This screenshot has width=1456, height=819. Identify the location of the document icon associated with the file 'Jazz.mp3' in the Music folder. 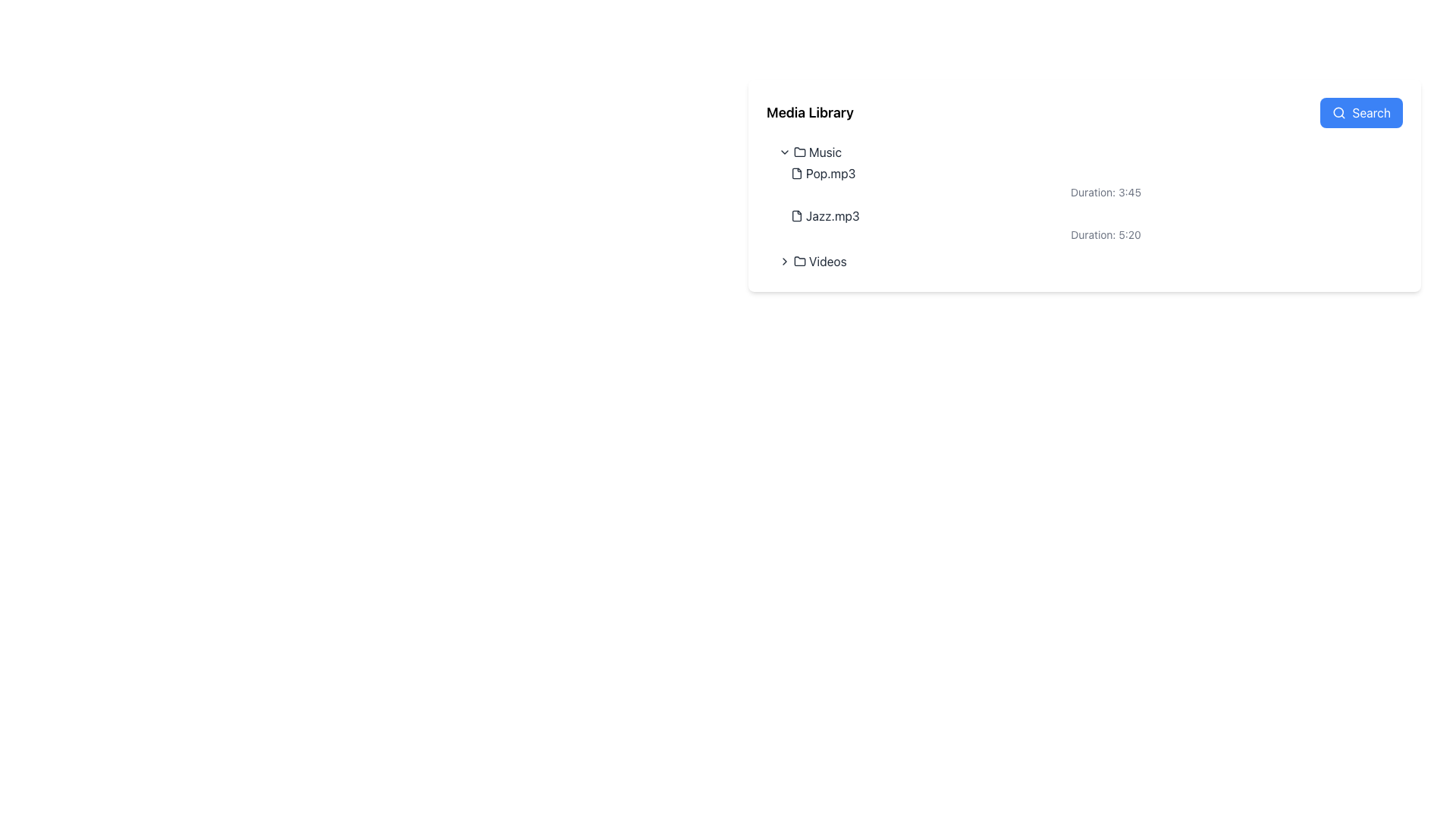
(796, 216).